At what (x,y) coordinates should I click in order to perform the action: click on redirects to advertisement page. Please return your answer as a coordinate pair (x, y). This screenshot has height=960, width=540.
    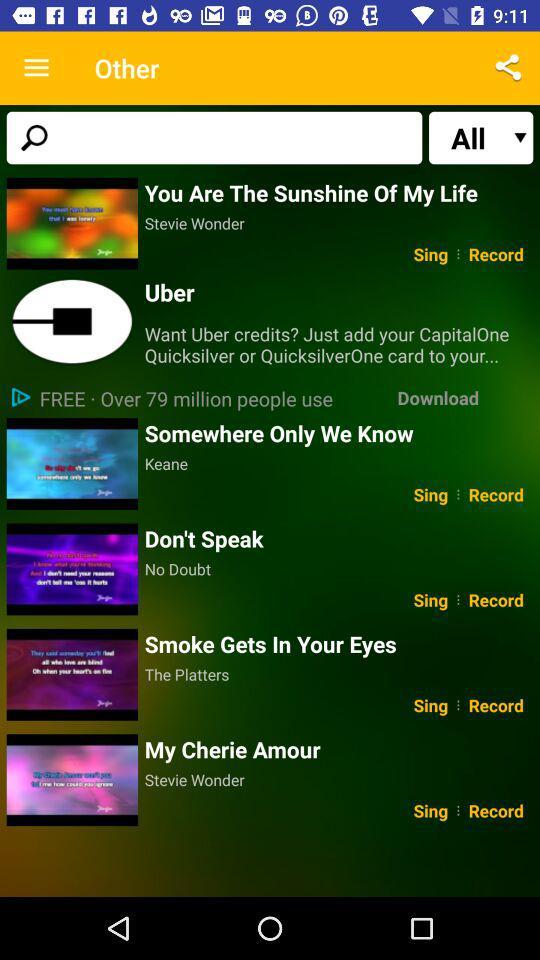
    Looking at the image, I should click on (71, 322).